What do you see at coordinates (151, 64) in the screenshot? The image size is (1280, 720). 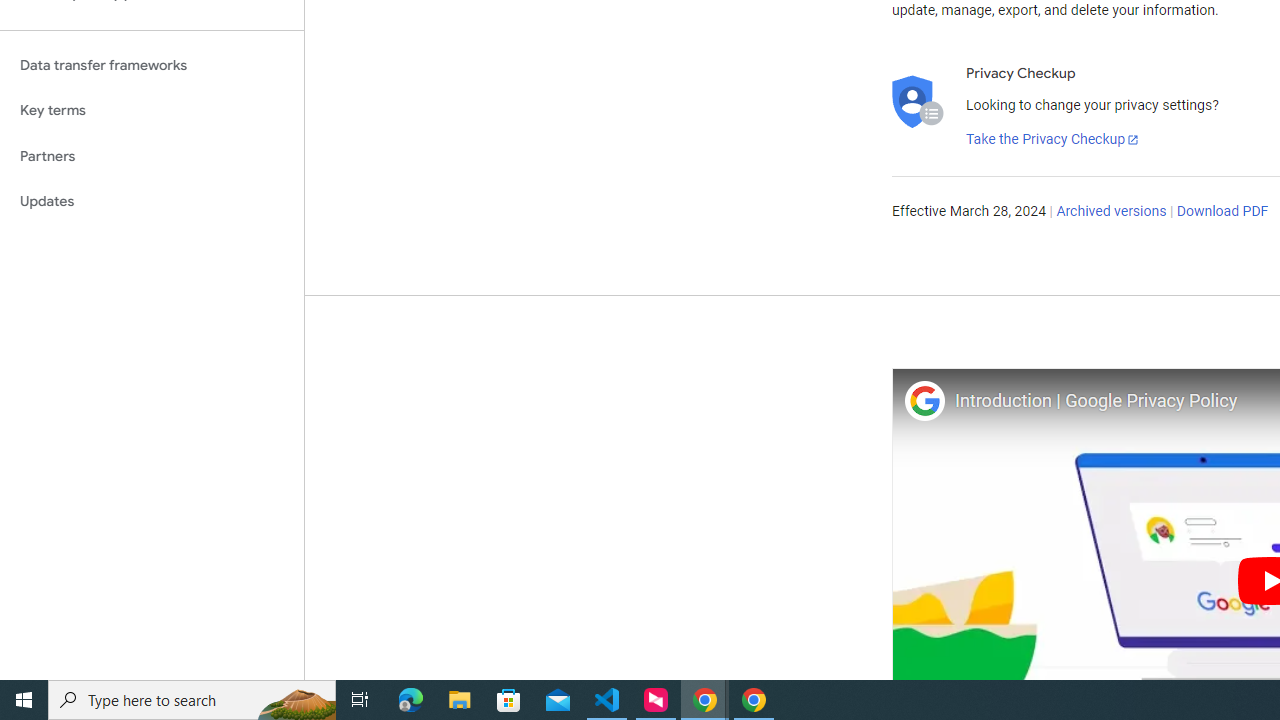 I see `'Data transfer frameworks'` at bounding box center [151, 64].